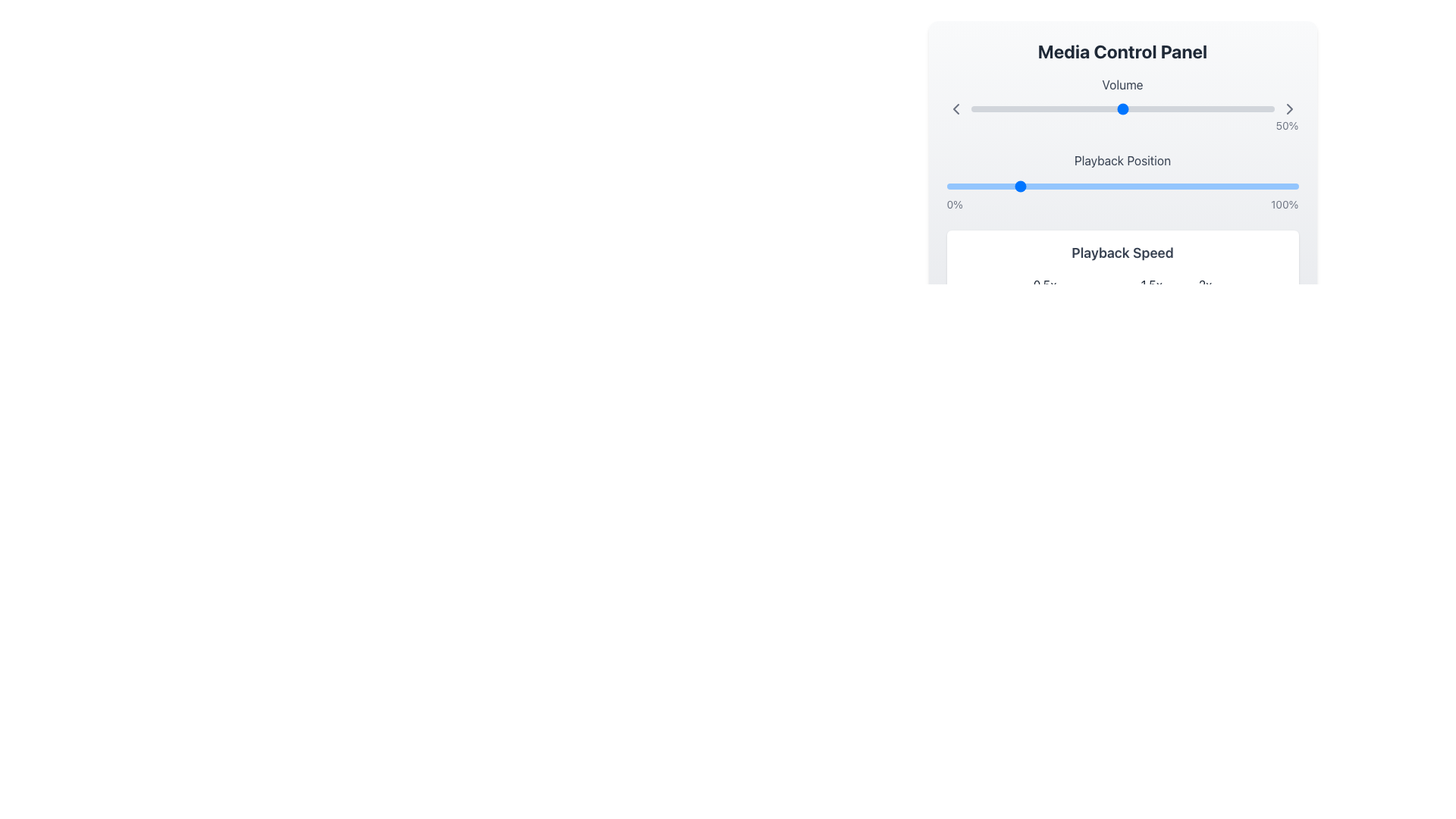 The image size is (1456, 819). Describe the element at coordinates (1122, 284) in the screenshot. I see `the playback speed option selector located within the 'Playback Speed' box in the Media Control Panel` at that location.